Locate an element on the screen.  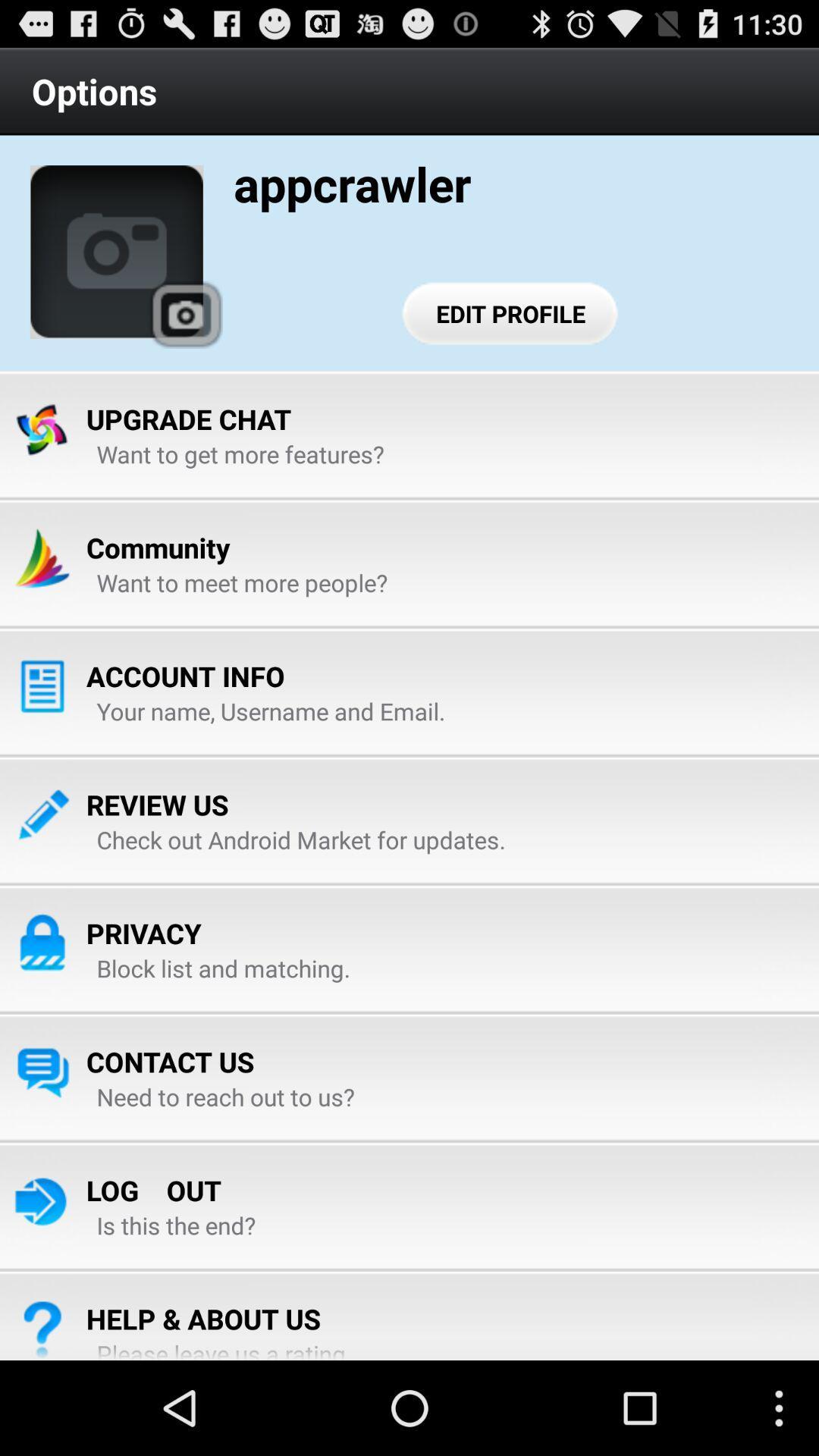
the item below the options item is located at coordinates (116, 252).